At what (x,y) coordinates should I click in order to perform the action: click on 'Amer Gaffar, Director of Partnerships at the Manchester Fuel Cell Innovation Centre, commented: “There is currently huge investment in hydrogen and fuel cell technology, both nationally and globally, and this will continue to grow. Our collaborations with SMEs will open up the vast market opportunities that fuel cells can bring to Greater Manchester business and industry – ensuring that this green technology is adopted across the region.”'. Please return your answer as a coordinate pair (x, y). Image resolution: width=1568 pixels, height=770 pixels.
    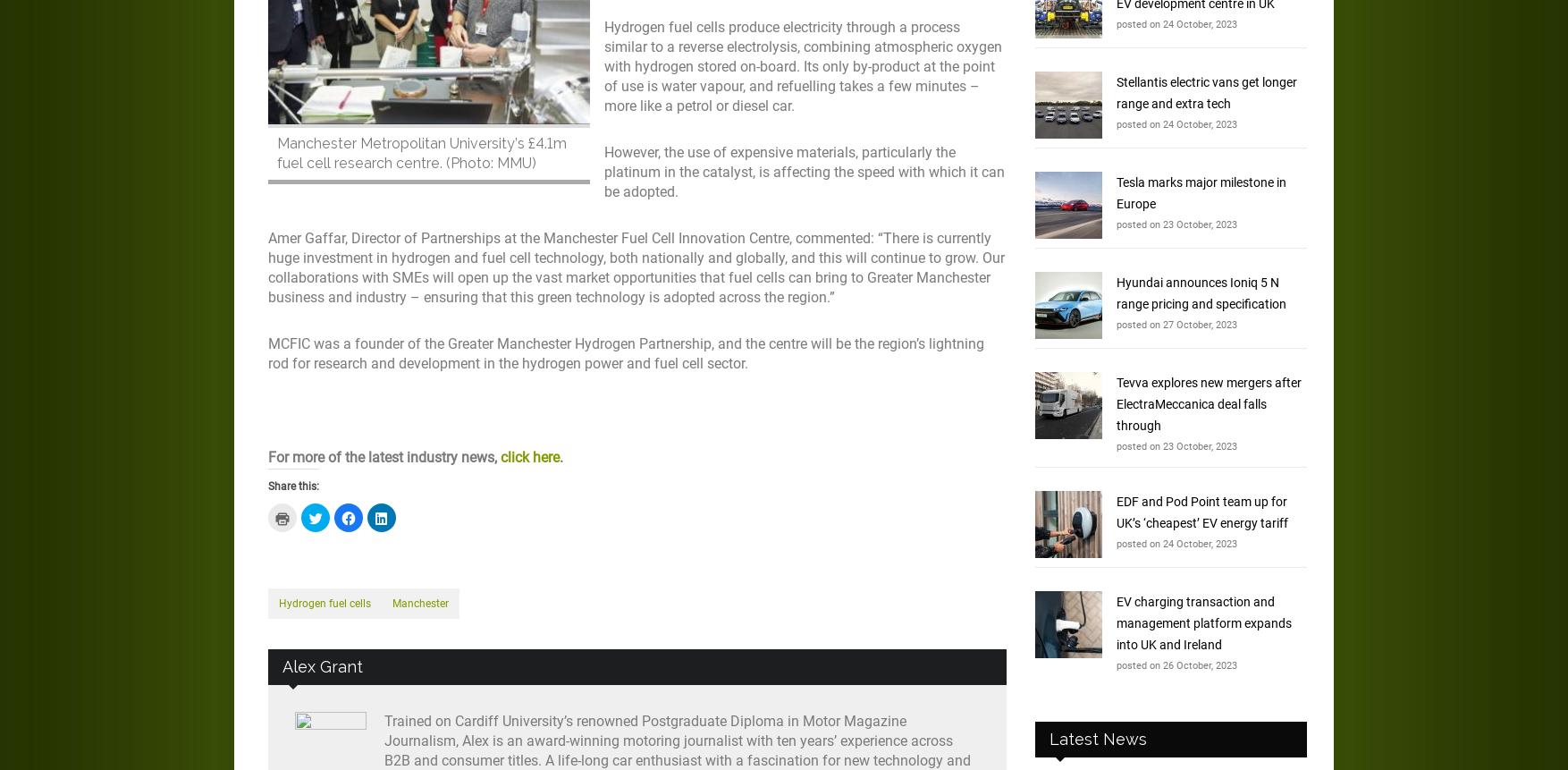
    Looking at the image, I should click on (636, 267).